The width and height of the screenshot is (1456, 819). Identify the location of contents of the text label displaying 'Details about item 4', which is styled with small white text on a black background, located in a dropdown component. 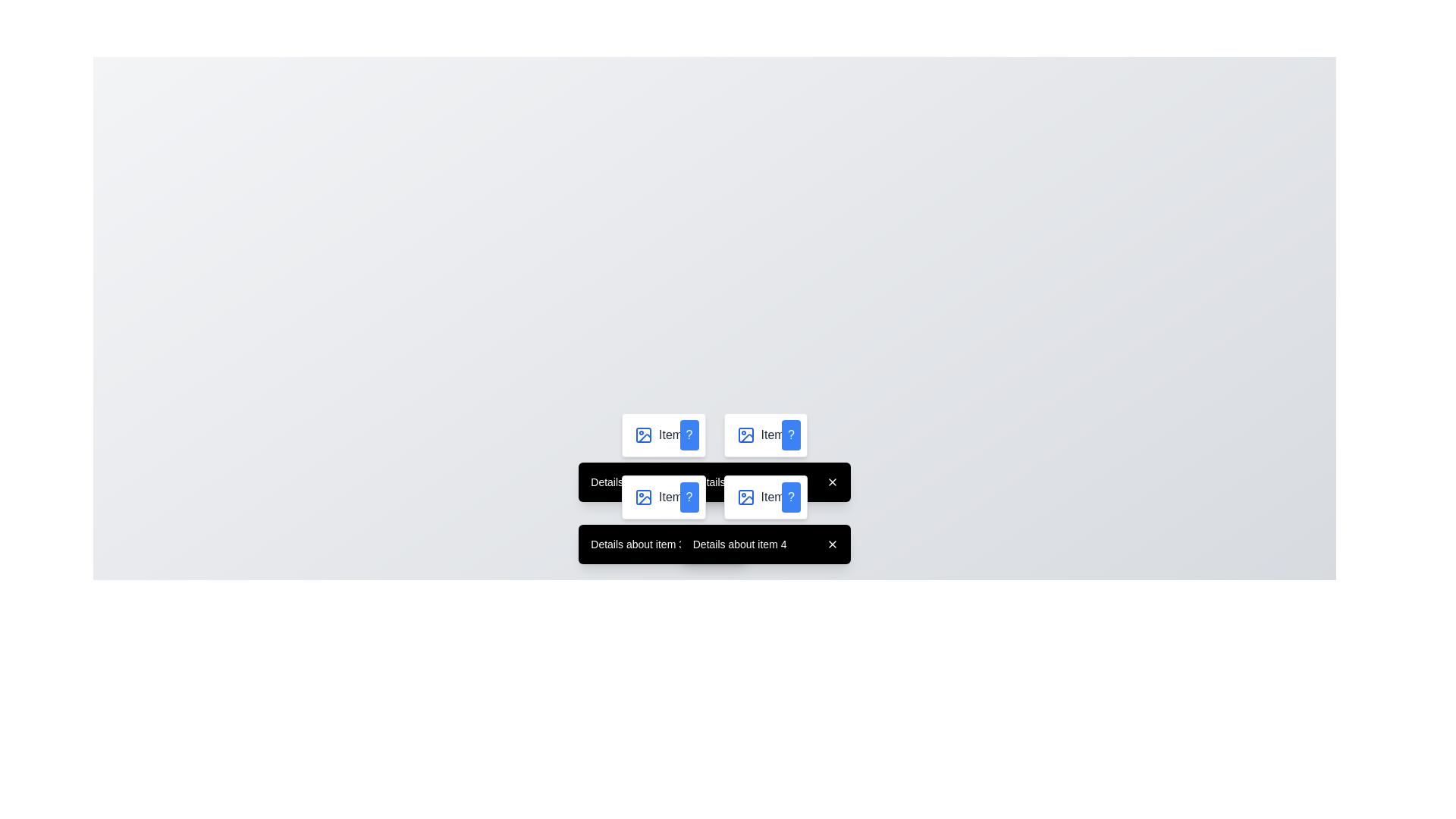
(765, 543).